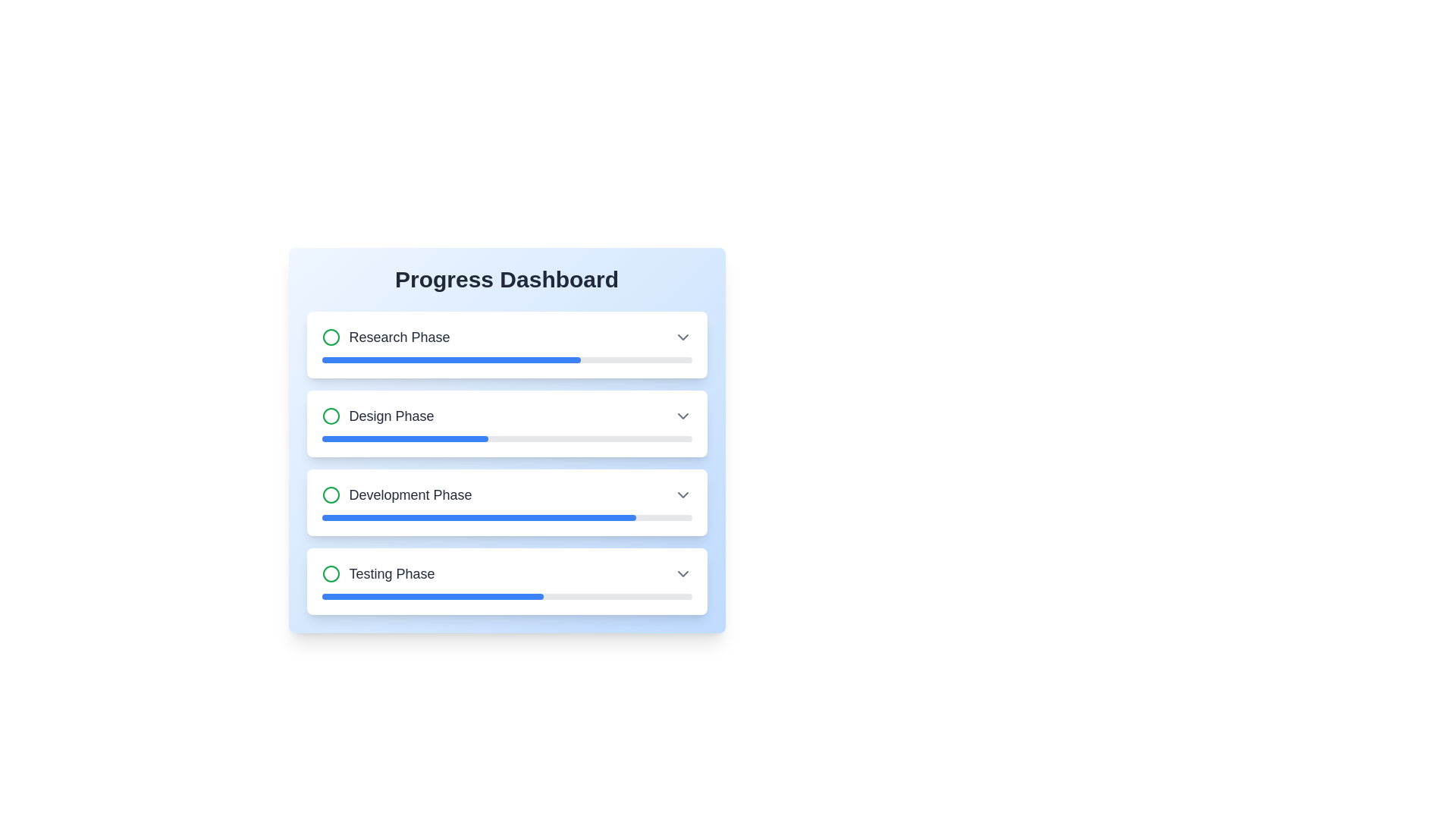  I want to click on the progress level of the progress bar located in the 'Testing Phase' section of the 'Progress Dashboard', positioned as the fourth item below the text label, so click(507, 595).